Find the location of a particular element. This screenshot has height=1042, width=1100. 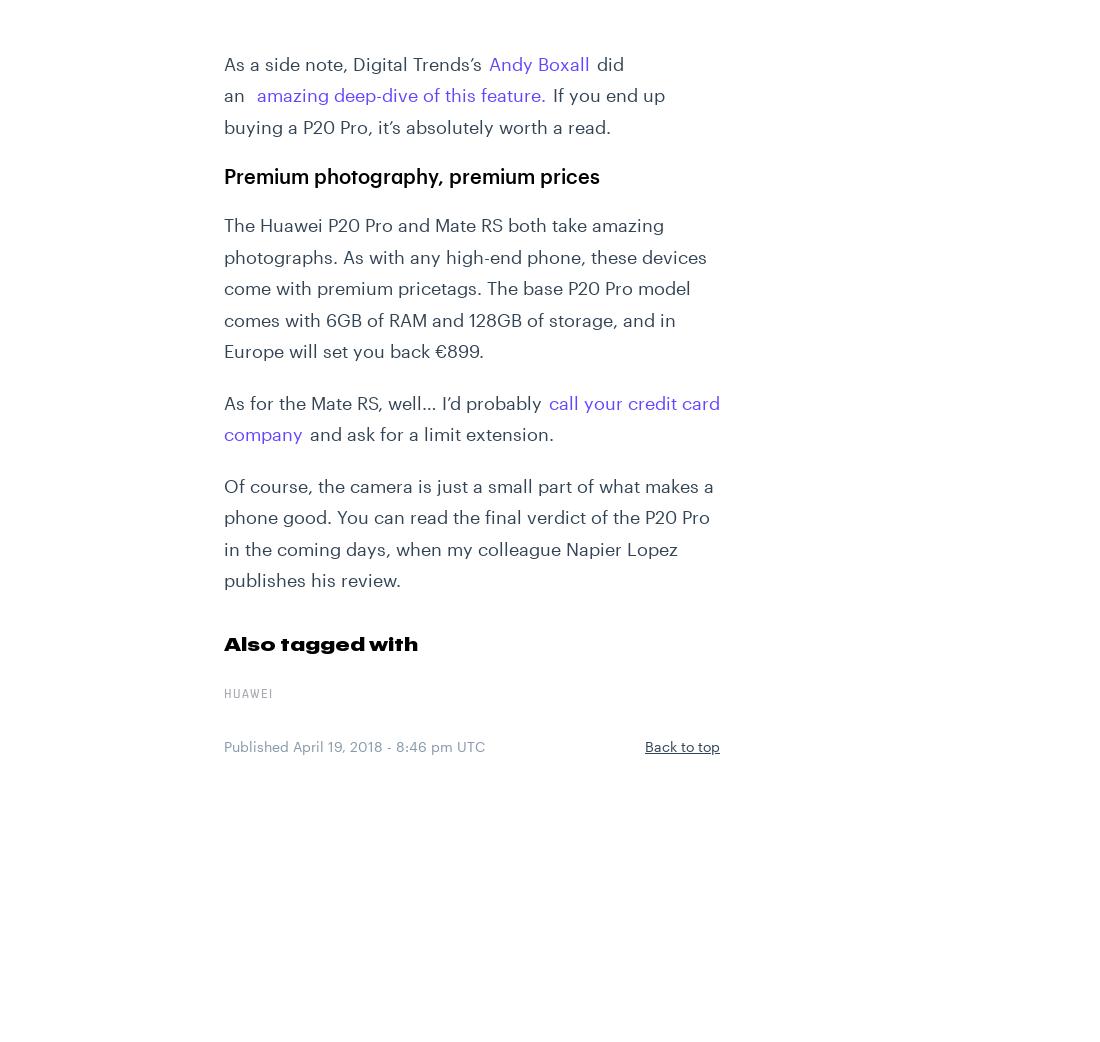

'Also tagged with' is located at coordinates (319, 642).